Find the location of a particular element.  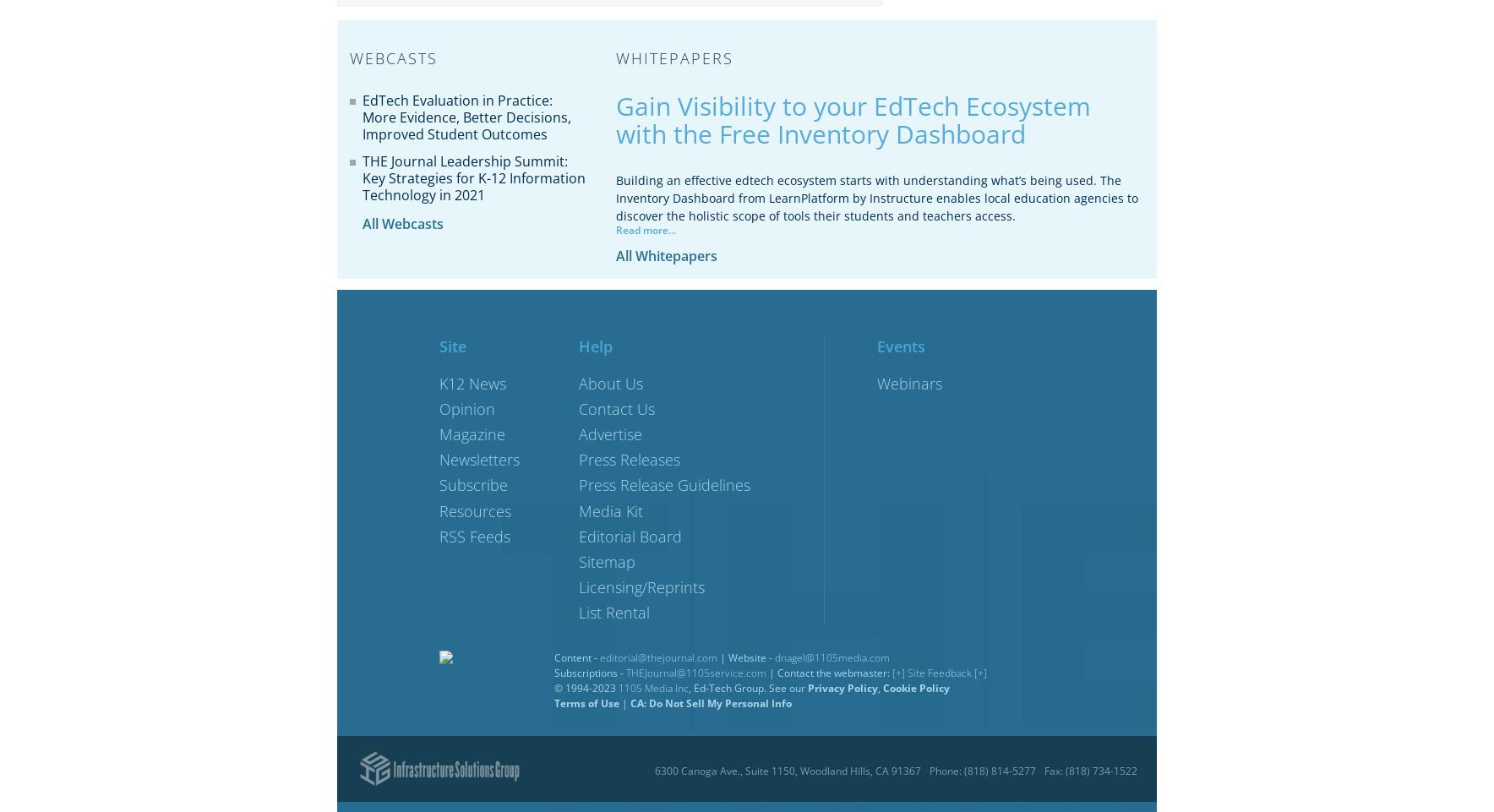

'Media Kit' is located at coordinates (610, 510).